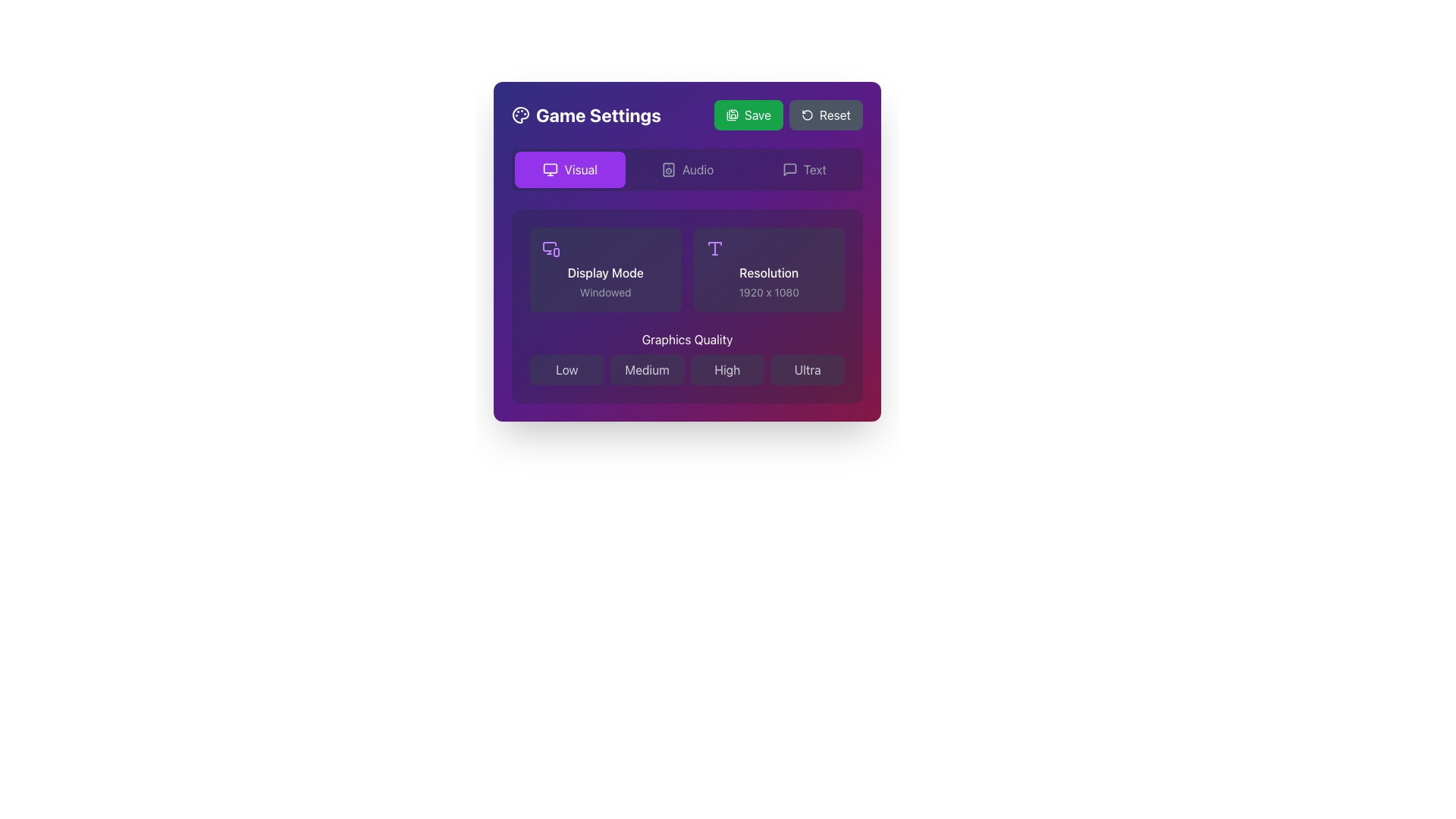 Image resolution: width=1456 pixels, height=819 pixels. I want to click on one of the buttons labeled 'Low', 'Medium', 'High', or 'Ultra' in the graphics quality selection group, so click(686, 357).